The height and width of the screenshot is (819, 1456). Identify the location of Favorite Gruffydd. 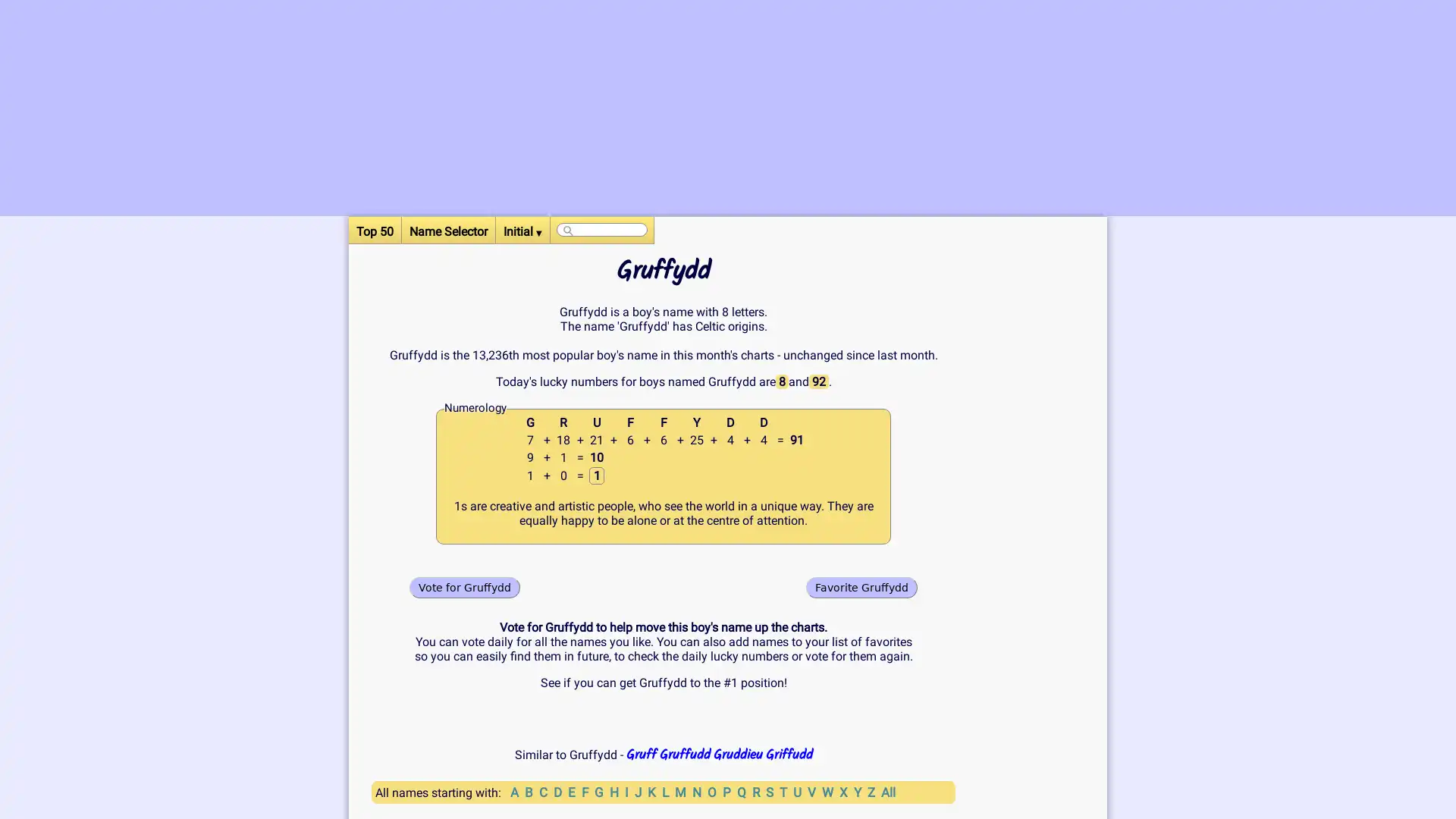
(861, 586).